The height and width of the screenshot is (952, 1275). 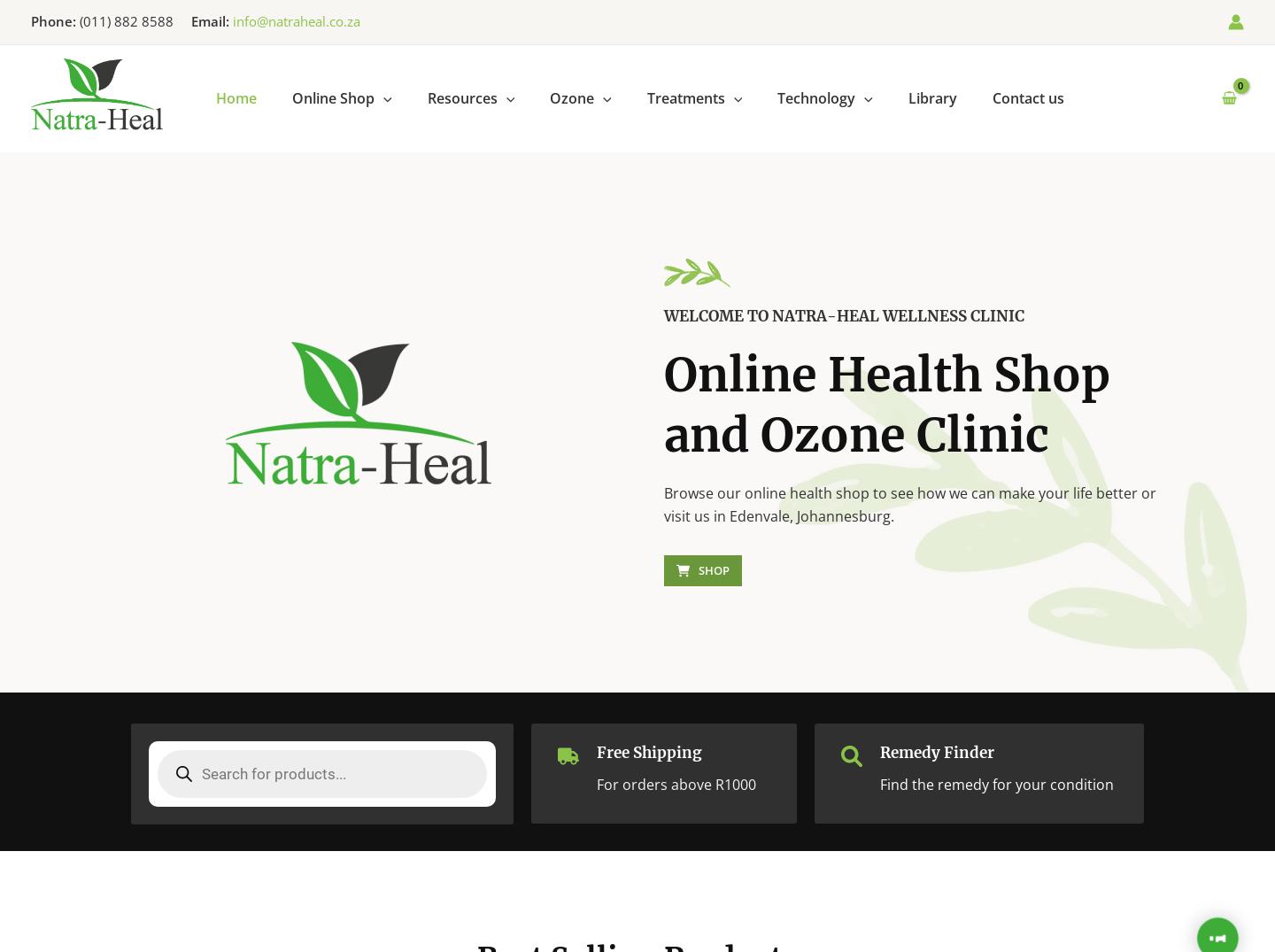 What do you see at coordinates (212, 19) in the screenshot?
I see `'Email:'` at bounding box center [212, 19].